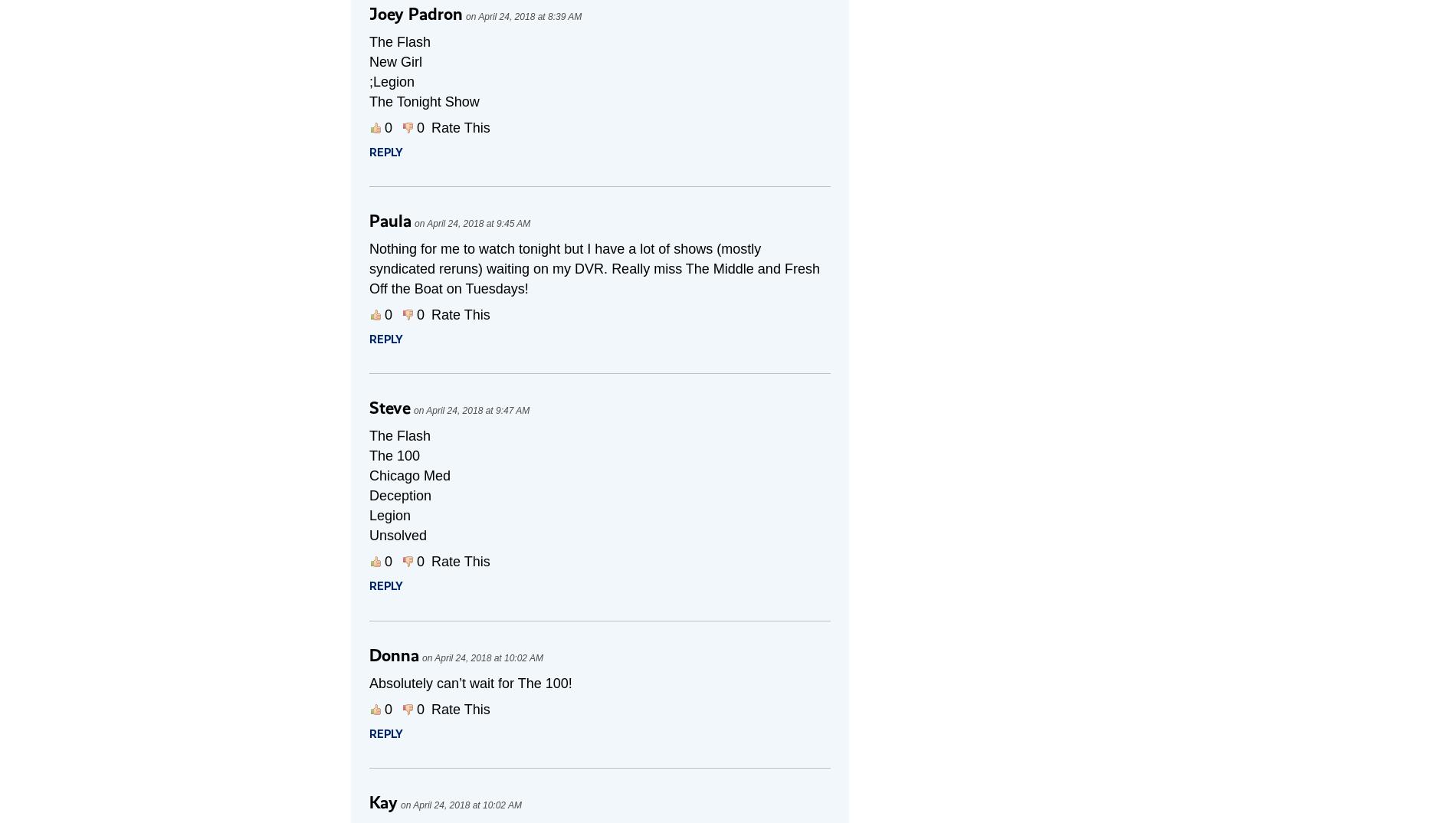 This screenshot has height=823, width=1456. I want to click on 'Kay', so click(383, 802).